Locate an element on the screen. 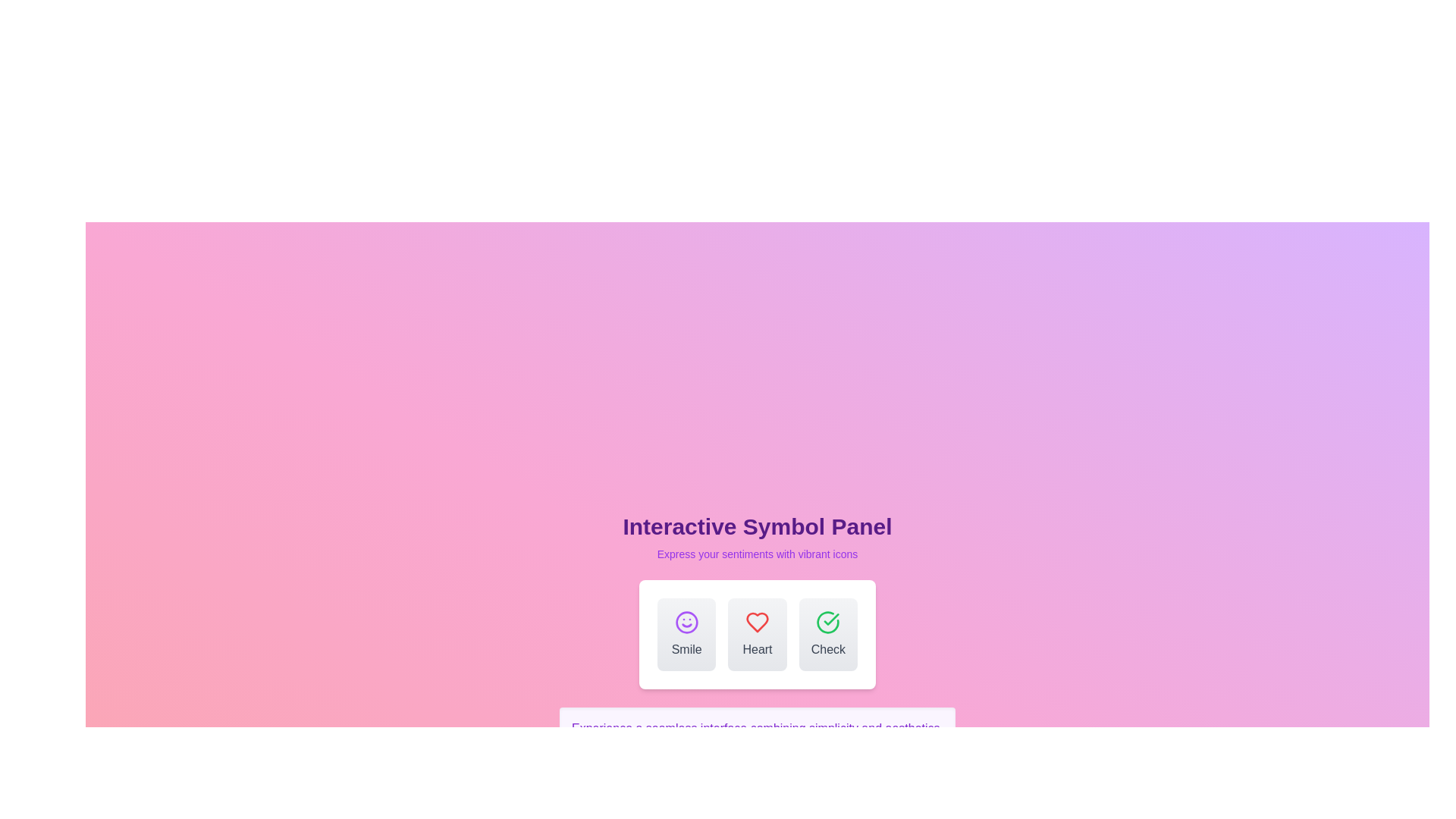  the interactive button representing the 'Heart', the second card in the Interactive Symbol Panel is located at coordinates (757, 635).